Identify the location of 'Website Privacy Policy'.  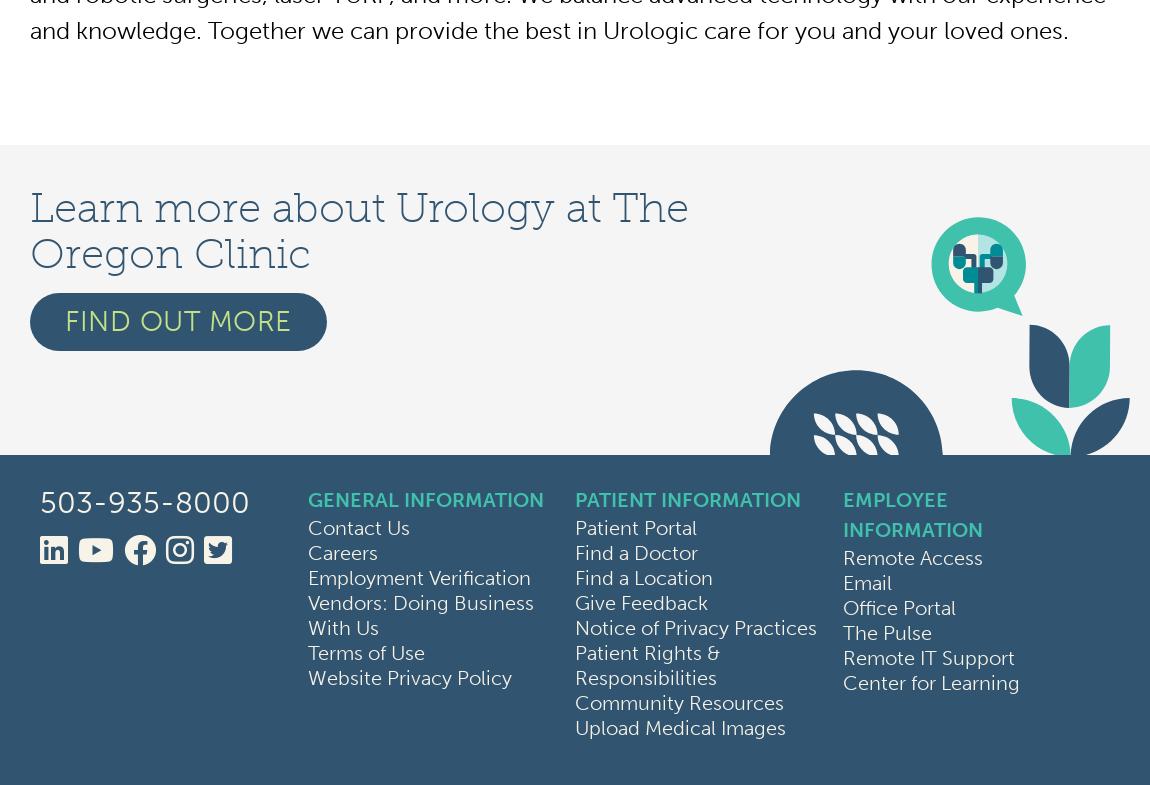
(409, 678).